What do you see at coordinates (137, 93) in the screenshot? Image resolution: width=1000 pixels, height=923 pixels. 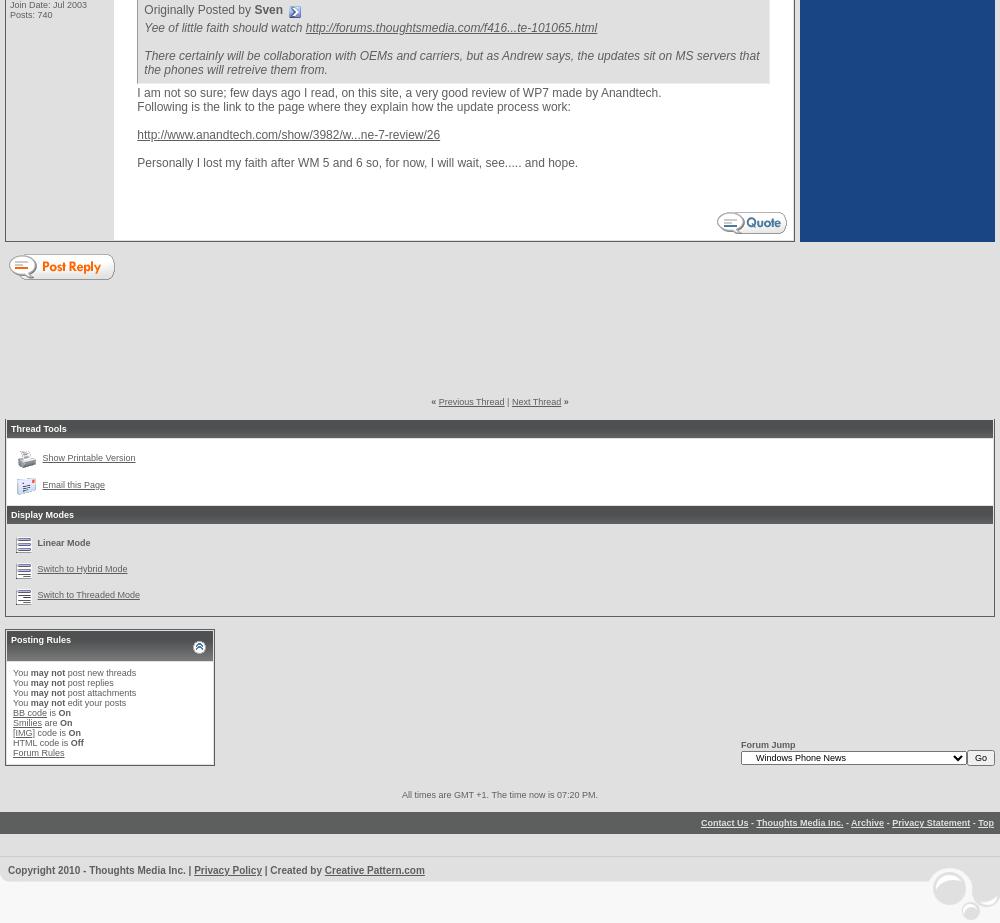 I see `'I am not so sure; few days ago I read, on this site, a very good review of WP7 made by Anandtech.'` at bounding box center [137, 93].